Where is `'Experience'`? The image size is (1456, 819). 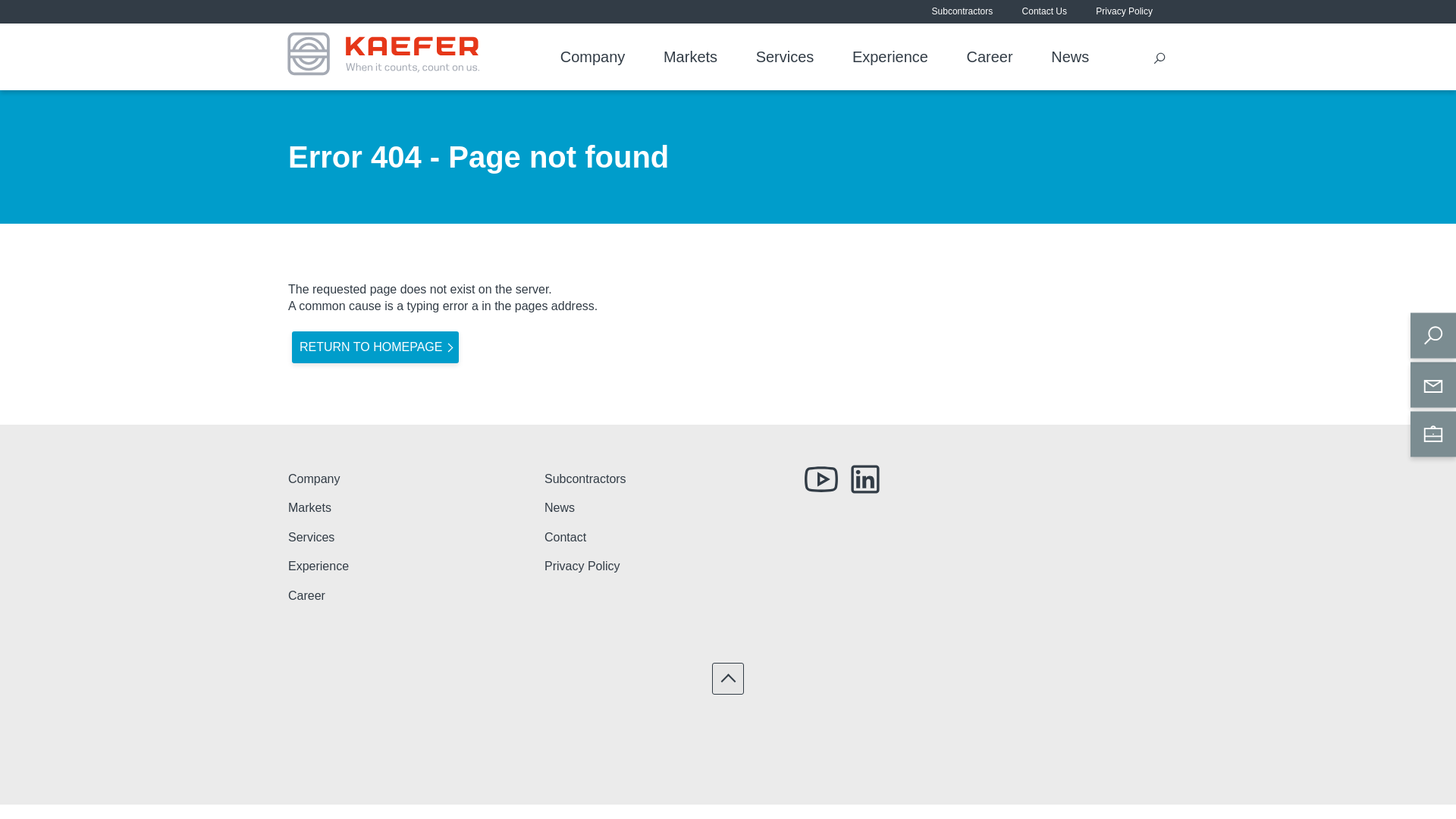 'Experience' is located at coordinates (287, 566).